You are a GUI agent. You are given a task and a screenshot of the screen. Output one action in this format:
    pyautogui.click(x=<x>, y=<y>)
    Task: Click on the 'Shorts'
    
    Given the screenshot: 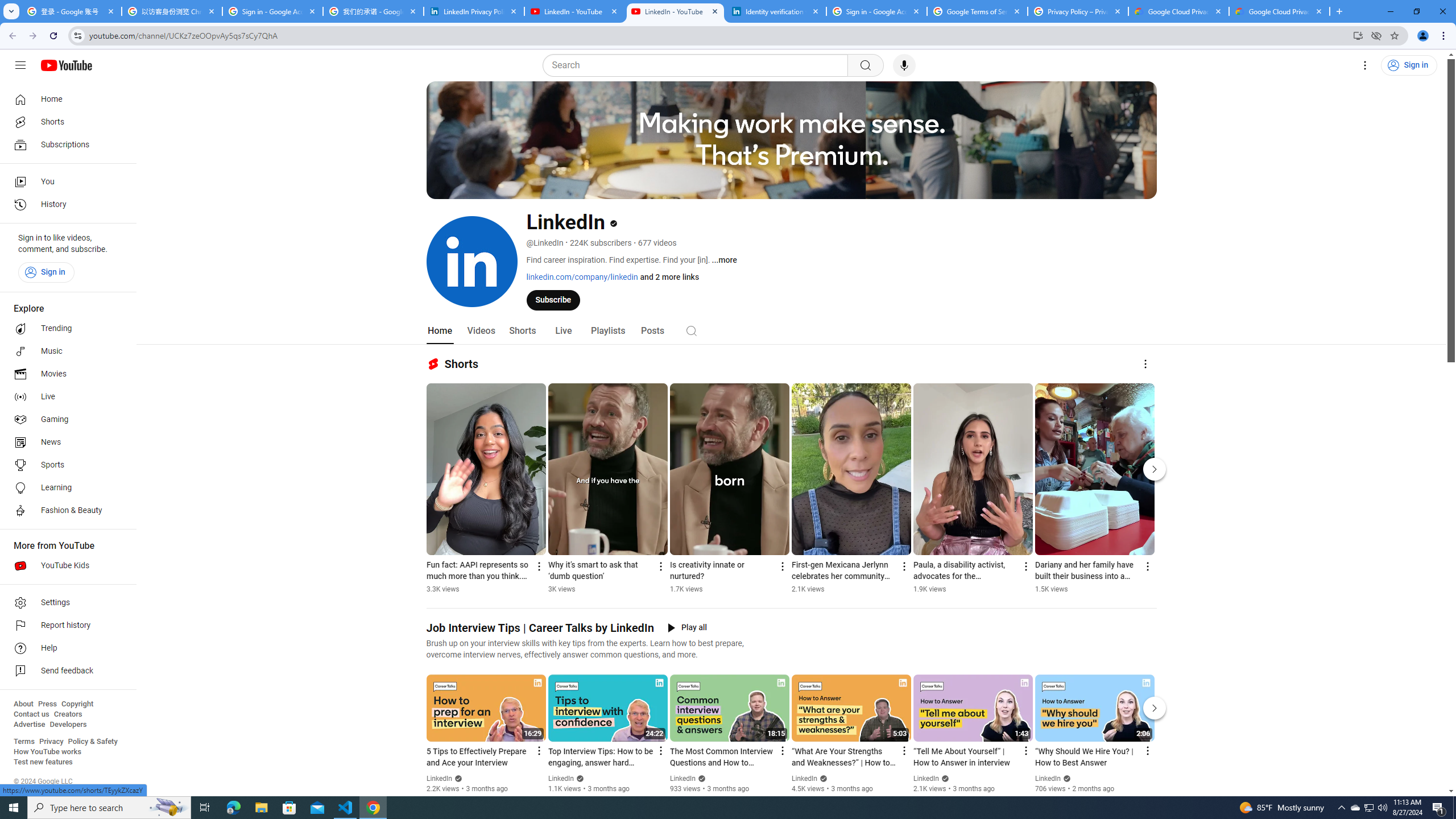 What is the action you would take?
    pyautogui.click(x=522, y=330)
    